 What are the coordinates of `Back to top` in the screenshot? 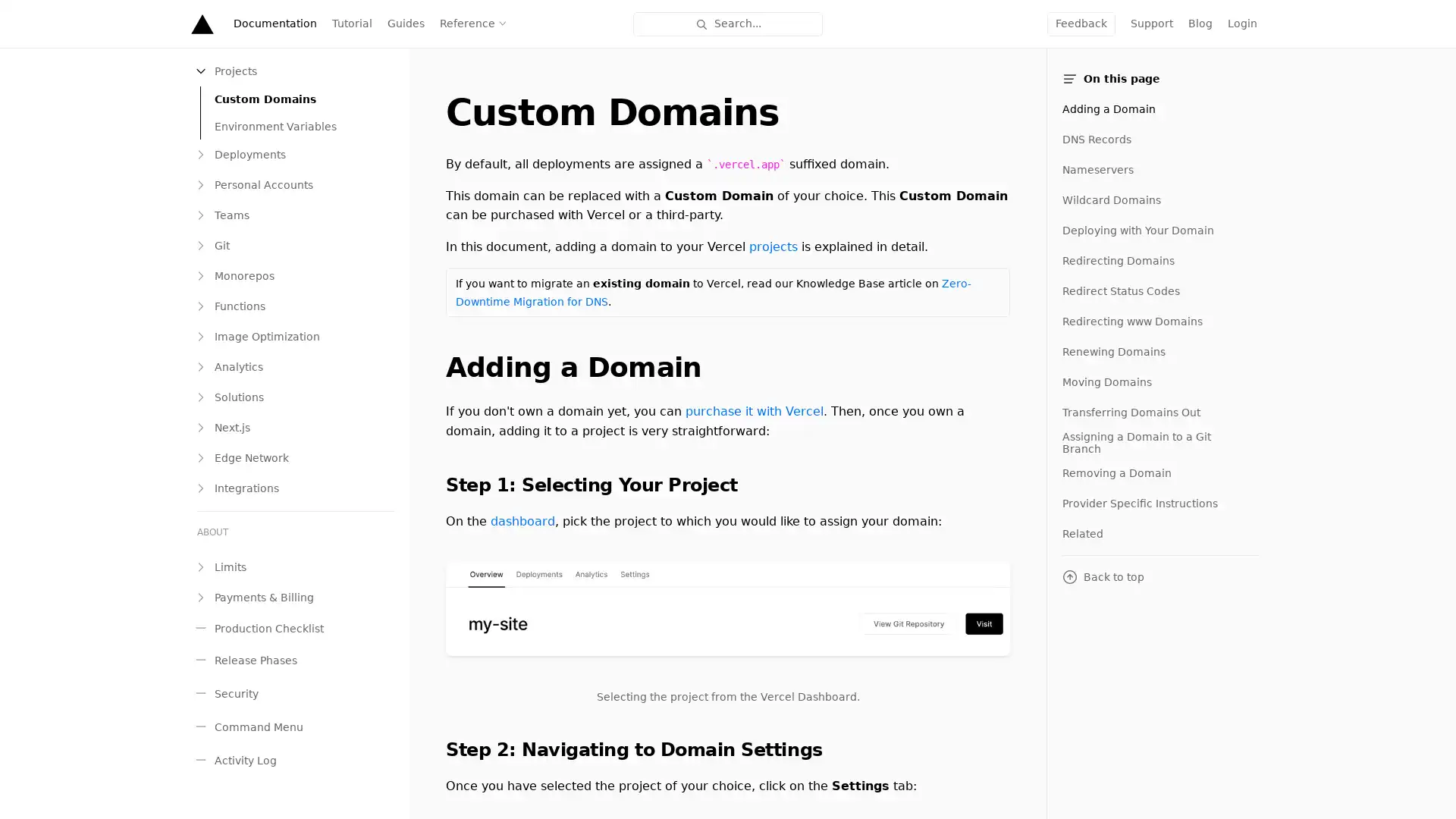 It's located at (1159, 576).